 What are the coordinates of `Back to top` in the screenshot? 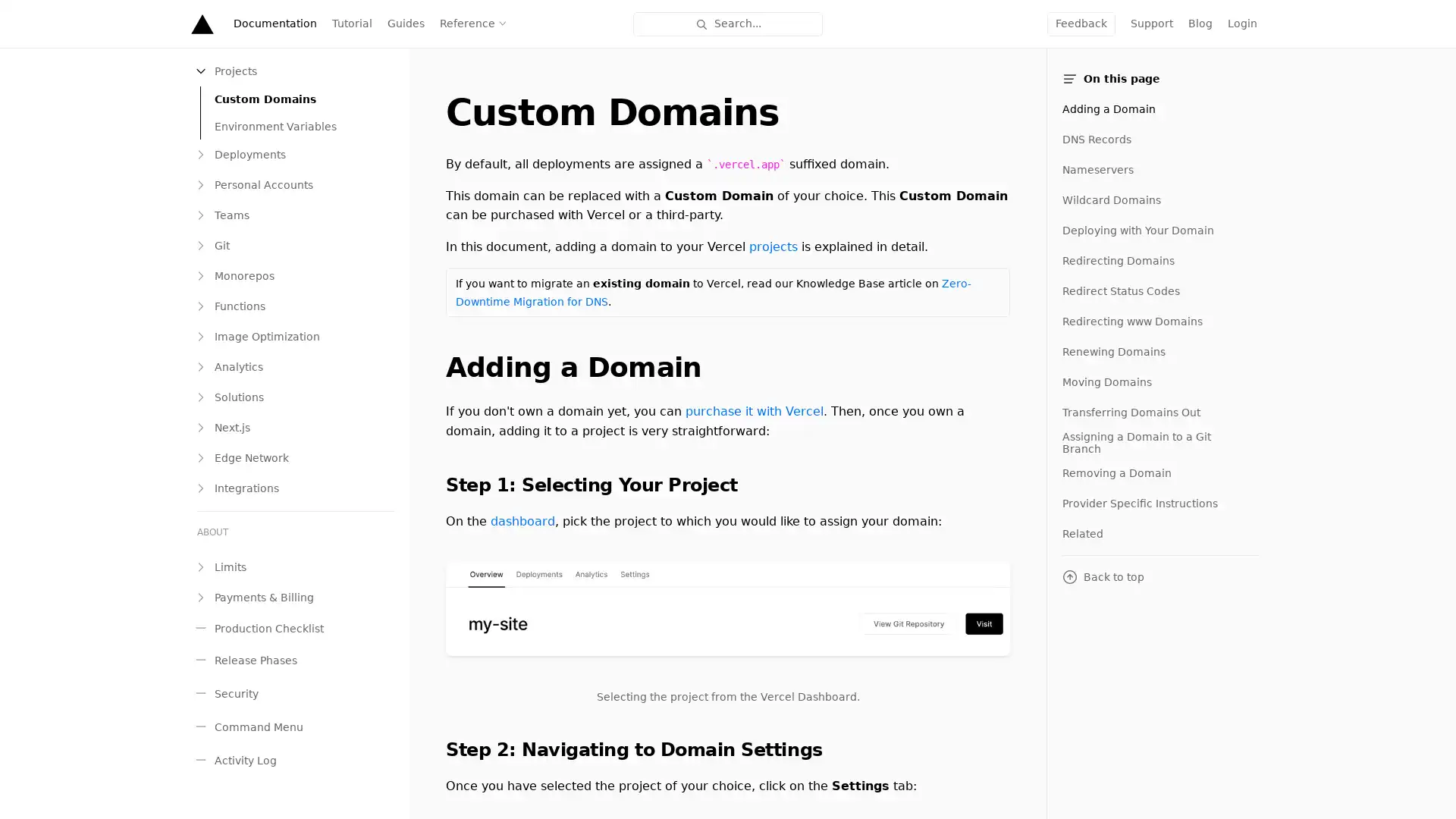 It's located at (1159, 576).